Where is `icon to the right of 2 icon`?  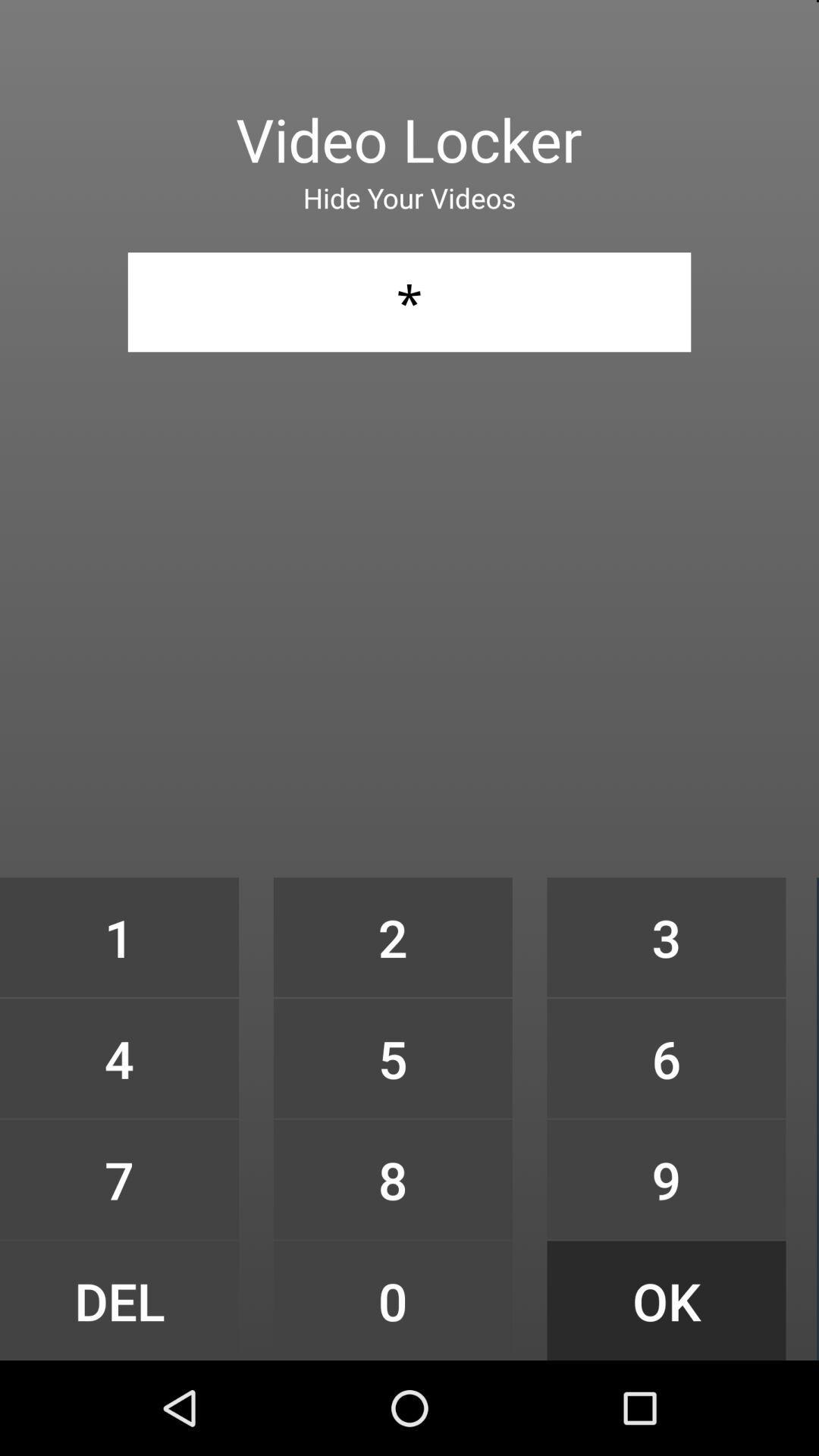
icon to the right of 2 icon is located at coordinates (666, 937).